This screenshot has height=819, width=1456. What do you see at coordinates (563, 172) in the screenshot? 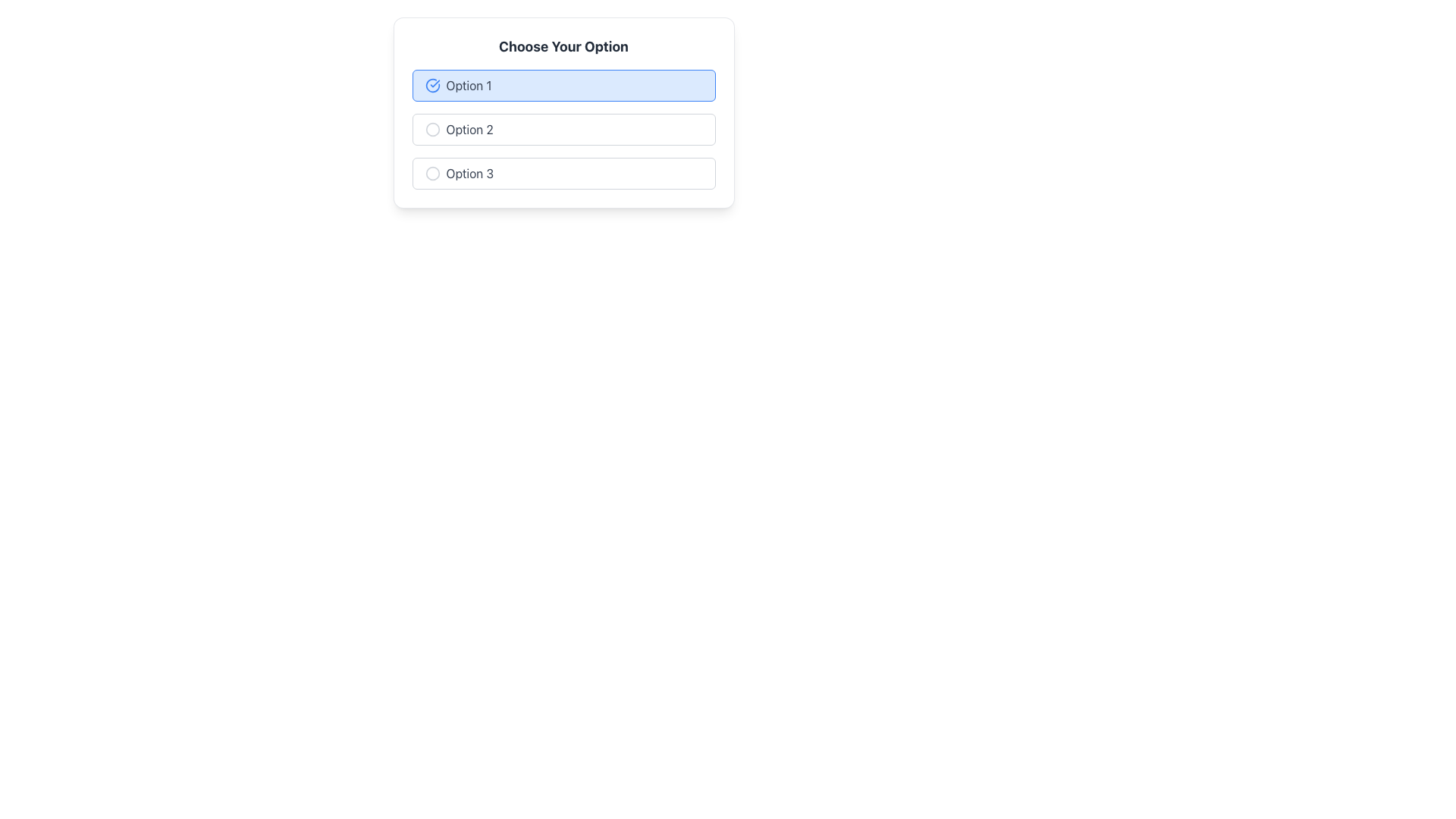
I see `the third option in the 'Choose Your Option' radio button set` at bounding box center [563, 172].